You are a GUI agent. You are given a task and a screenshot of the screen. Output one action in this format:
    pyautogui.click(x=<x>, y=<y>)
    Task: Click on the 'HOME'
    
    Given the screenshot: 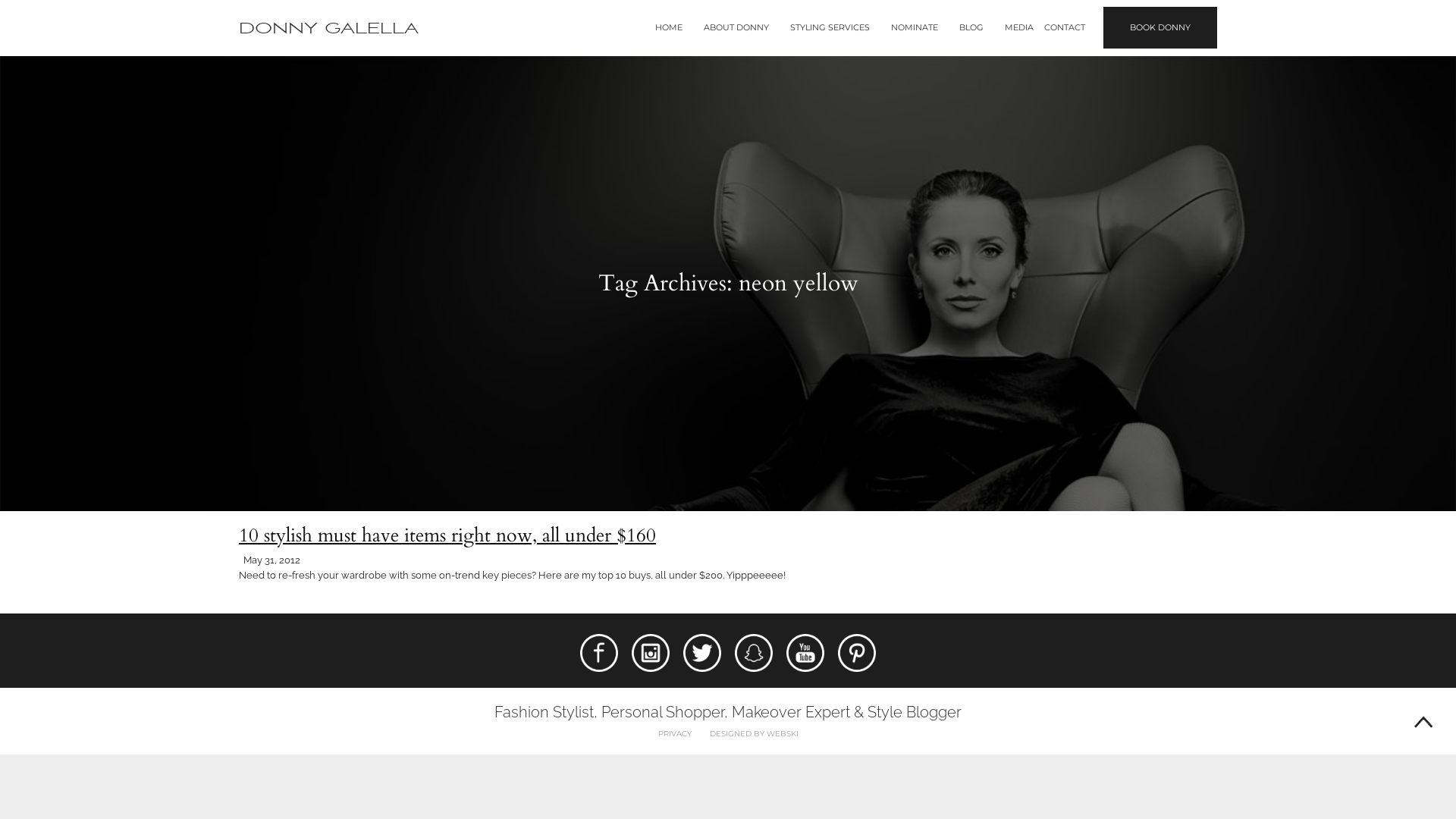 What is the action you would take?
    pyautogui.click(x=655, y=27)
    